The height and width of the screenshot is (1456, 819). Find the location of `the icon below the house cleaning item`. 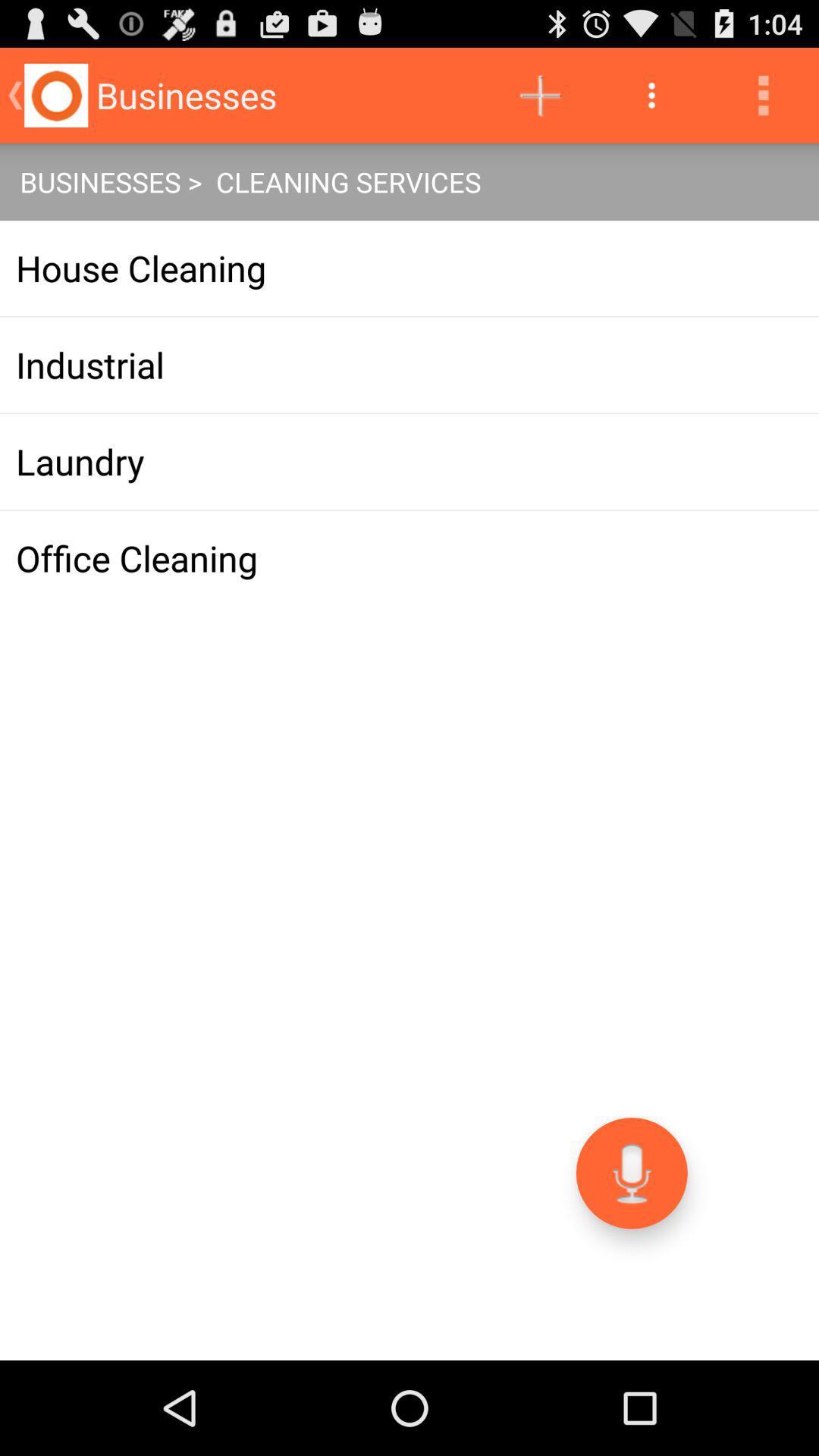

the icon below the house cleaning item is located at coordinates (409, 365).